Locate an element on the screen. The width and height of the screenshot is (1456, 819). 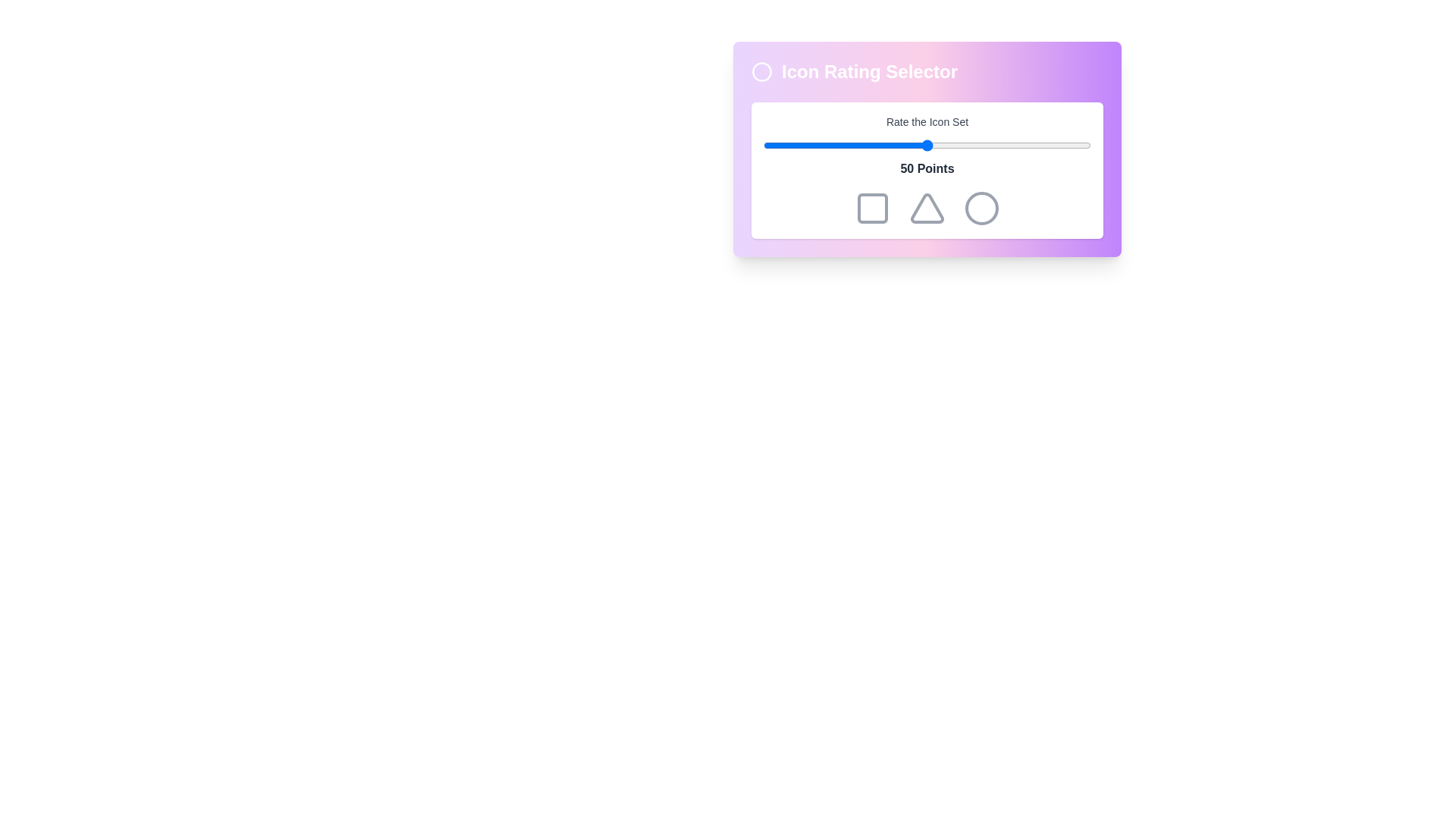
the slider to 51 percent to observe the color changes of the icons is located at coordinates (930, 146).